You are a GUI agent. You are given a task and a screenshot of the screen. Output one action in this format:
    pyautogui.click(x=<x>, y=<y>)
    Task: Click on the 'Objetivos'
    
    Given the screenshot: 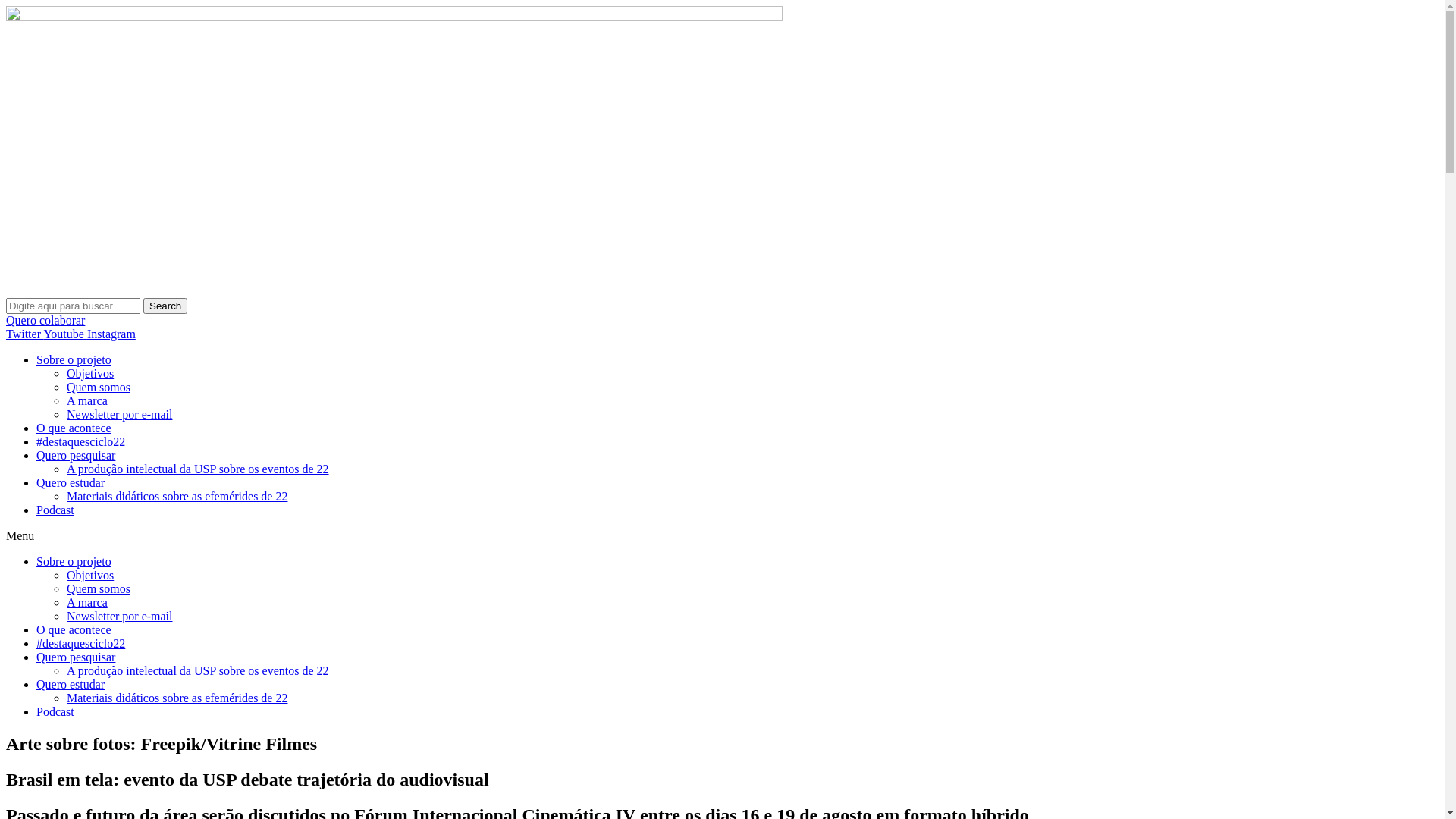 What is the action you would take?
    pyautogui.click(x=89, y=575)
    